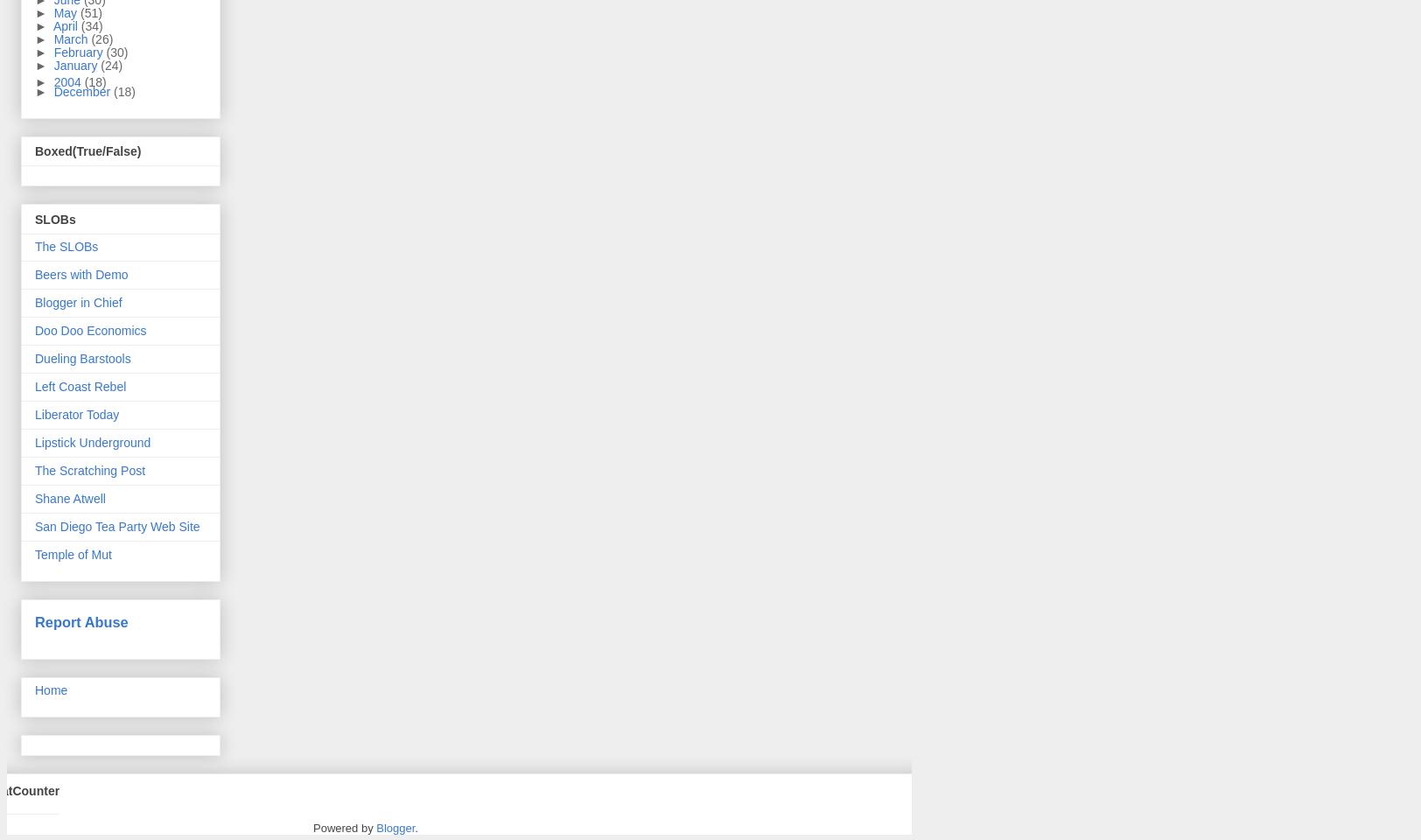  I want to click on '(30)', so click(116, 52).